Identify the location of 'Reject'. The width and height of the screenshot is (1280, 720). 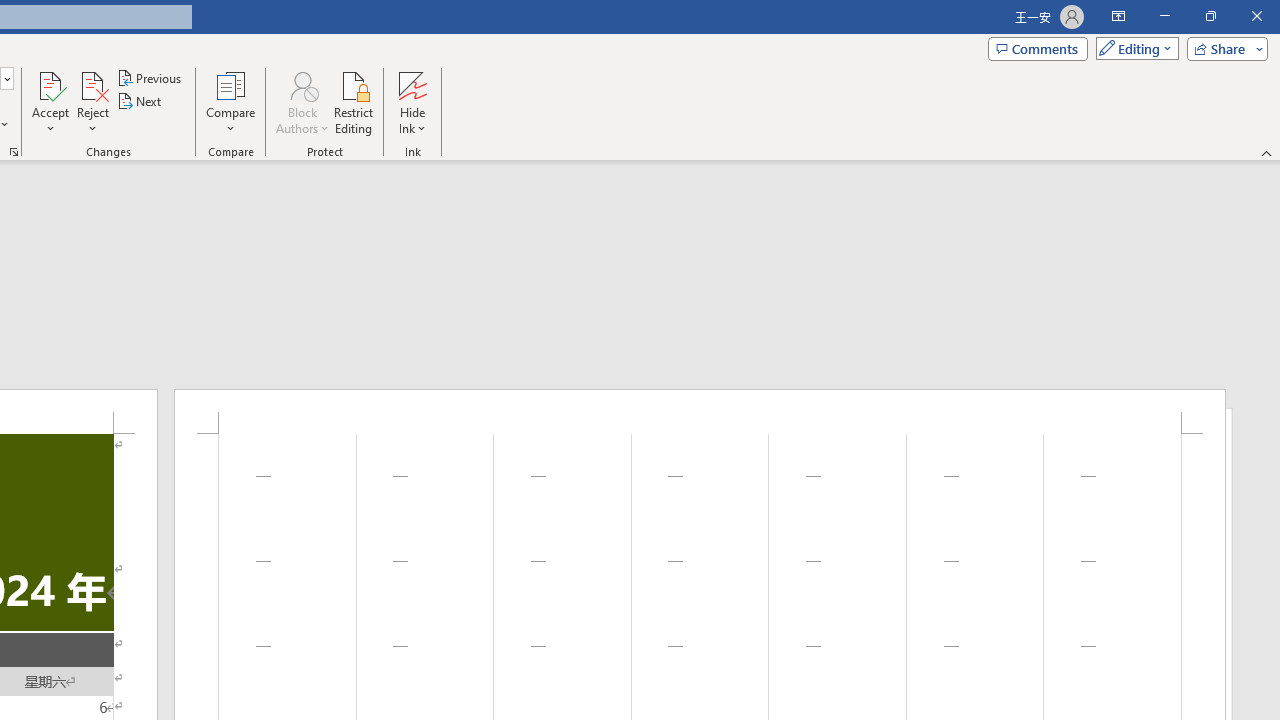
(91, 103).